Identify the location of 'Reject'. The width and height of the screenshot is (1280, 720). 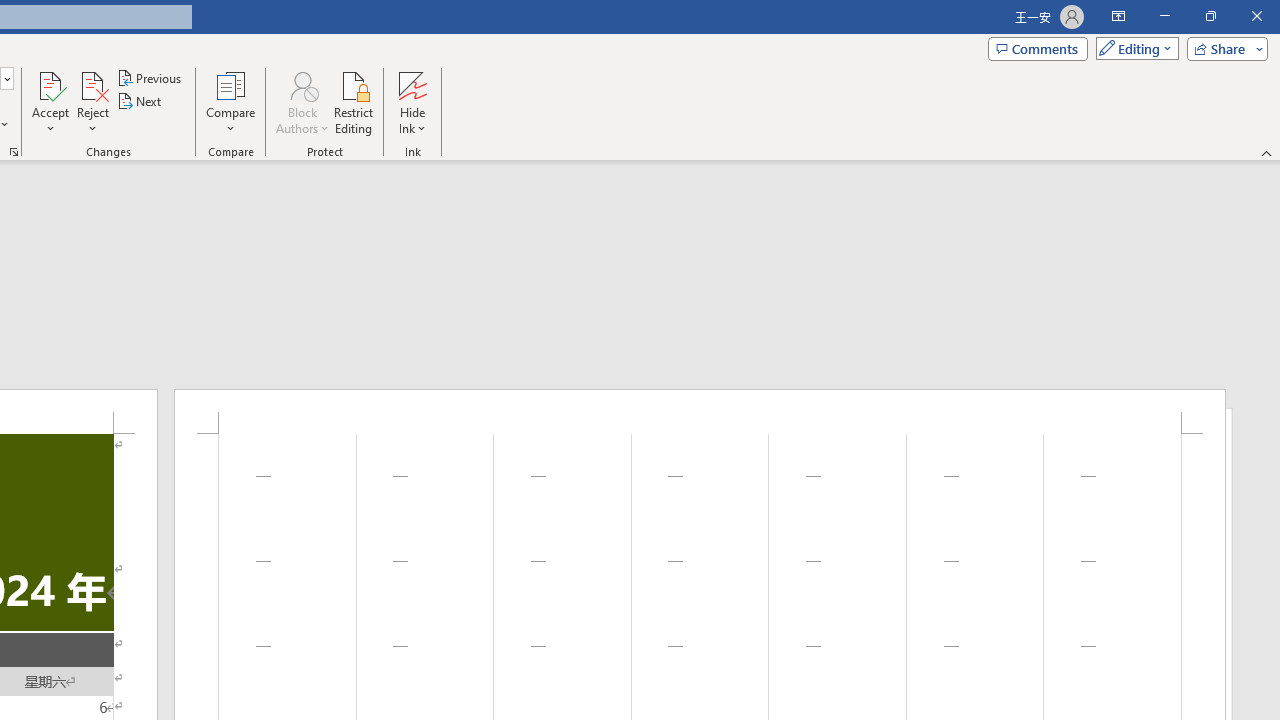
(91, 103).